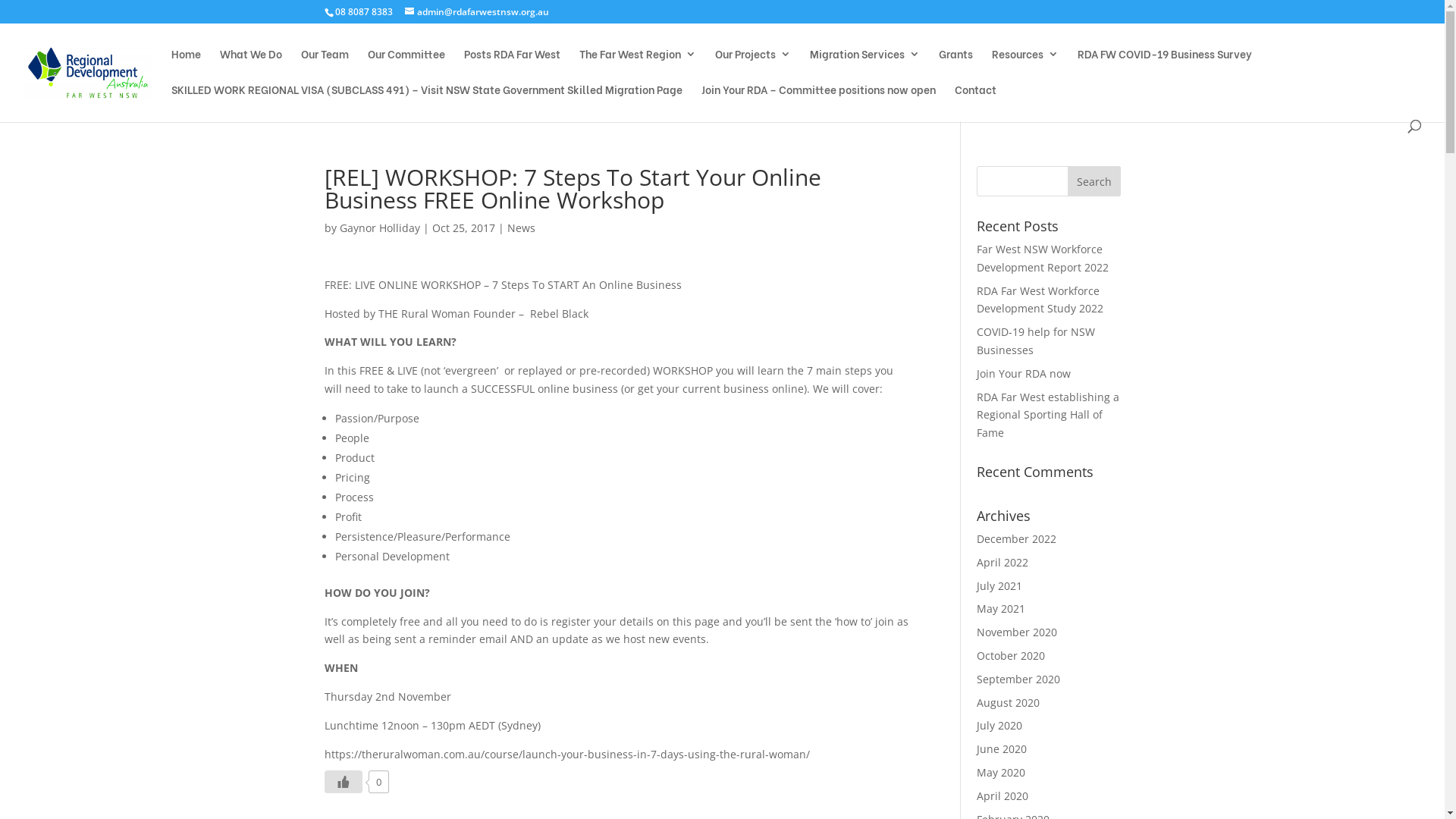 The image size is (1456, 819). Describe the element at coordinates (976, 415) in the screenshot. I see `'RDA Far West establishing a Regional Sporting Hall of Fame'` at that location.